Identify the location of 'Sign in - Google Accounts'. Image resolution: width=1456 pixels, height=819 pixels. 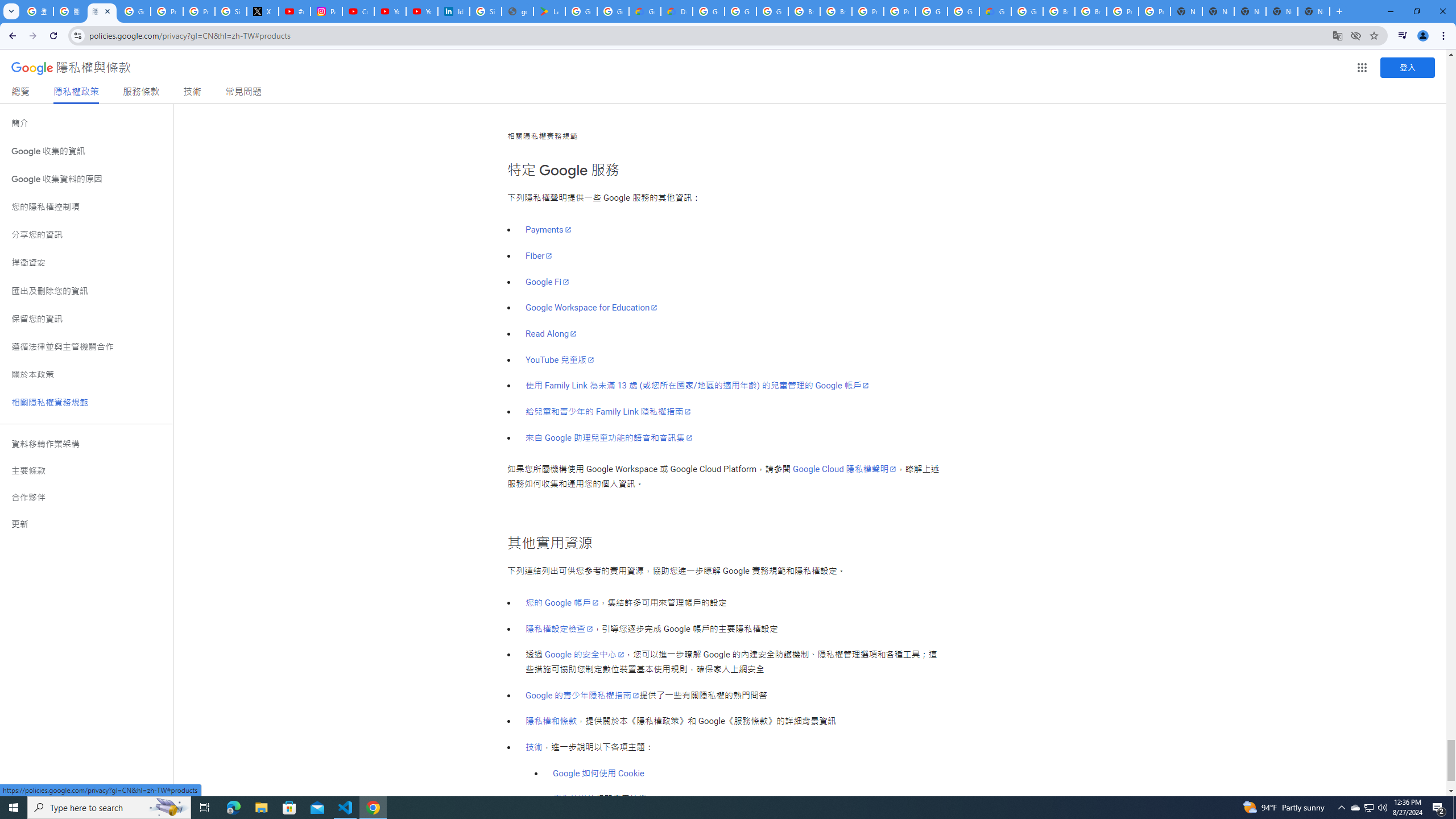
(230, 11).